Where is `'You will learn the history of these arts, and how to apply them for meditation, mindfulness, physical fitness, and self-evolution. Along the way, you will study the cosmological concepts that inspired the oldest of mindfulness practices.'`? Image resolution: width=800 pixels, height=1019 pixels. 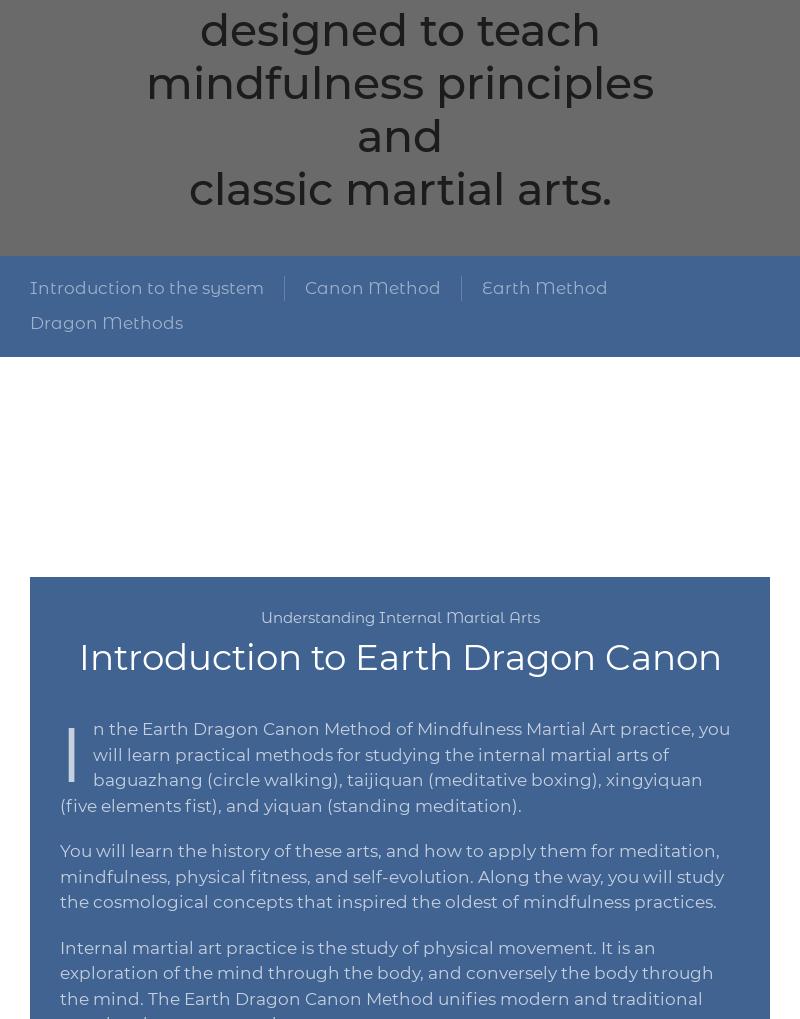
'You will learn the history of these arts, and how to apply them for meditation, mindfulness, physical fitness, and self-evolution. Along the way, you will study the cosmological concepts that inspired the oldest of mindfulness practices.' is located at coordinates (391, 875).